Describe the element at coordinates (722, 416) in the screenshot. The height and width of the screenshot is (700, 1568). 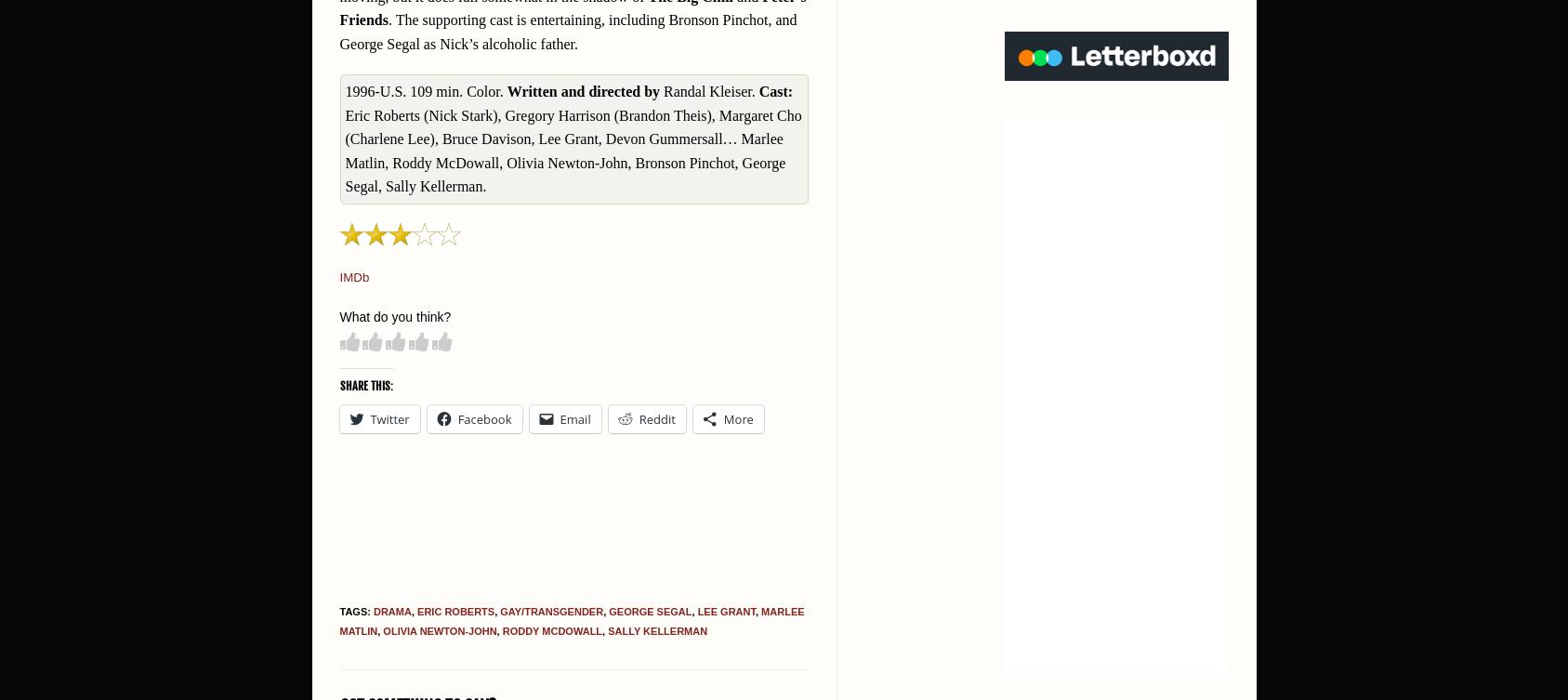
I see `'More'` at that location.